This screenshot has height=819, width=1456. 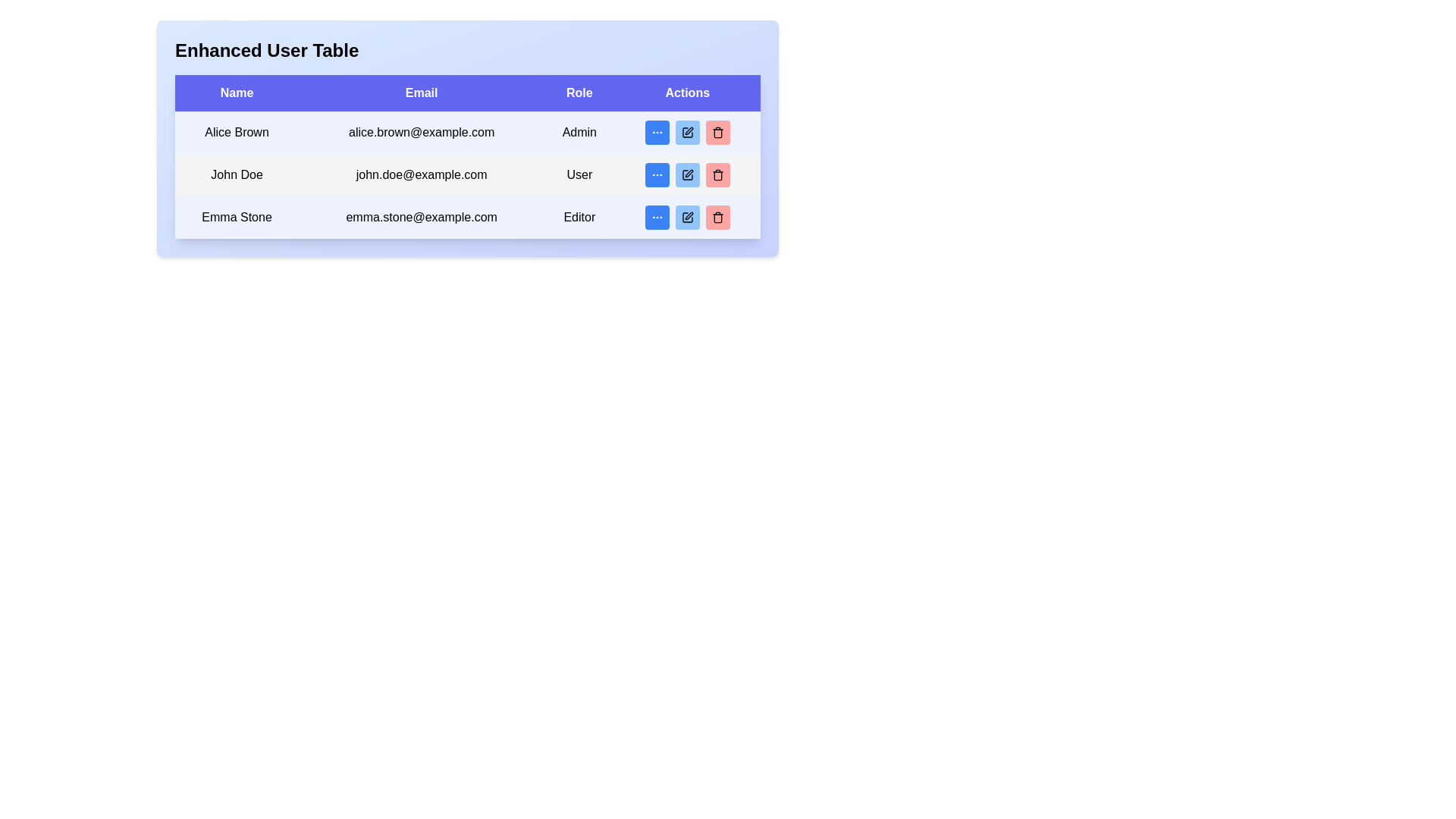 I want to click on the button, so click(x=686, y=174).